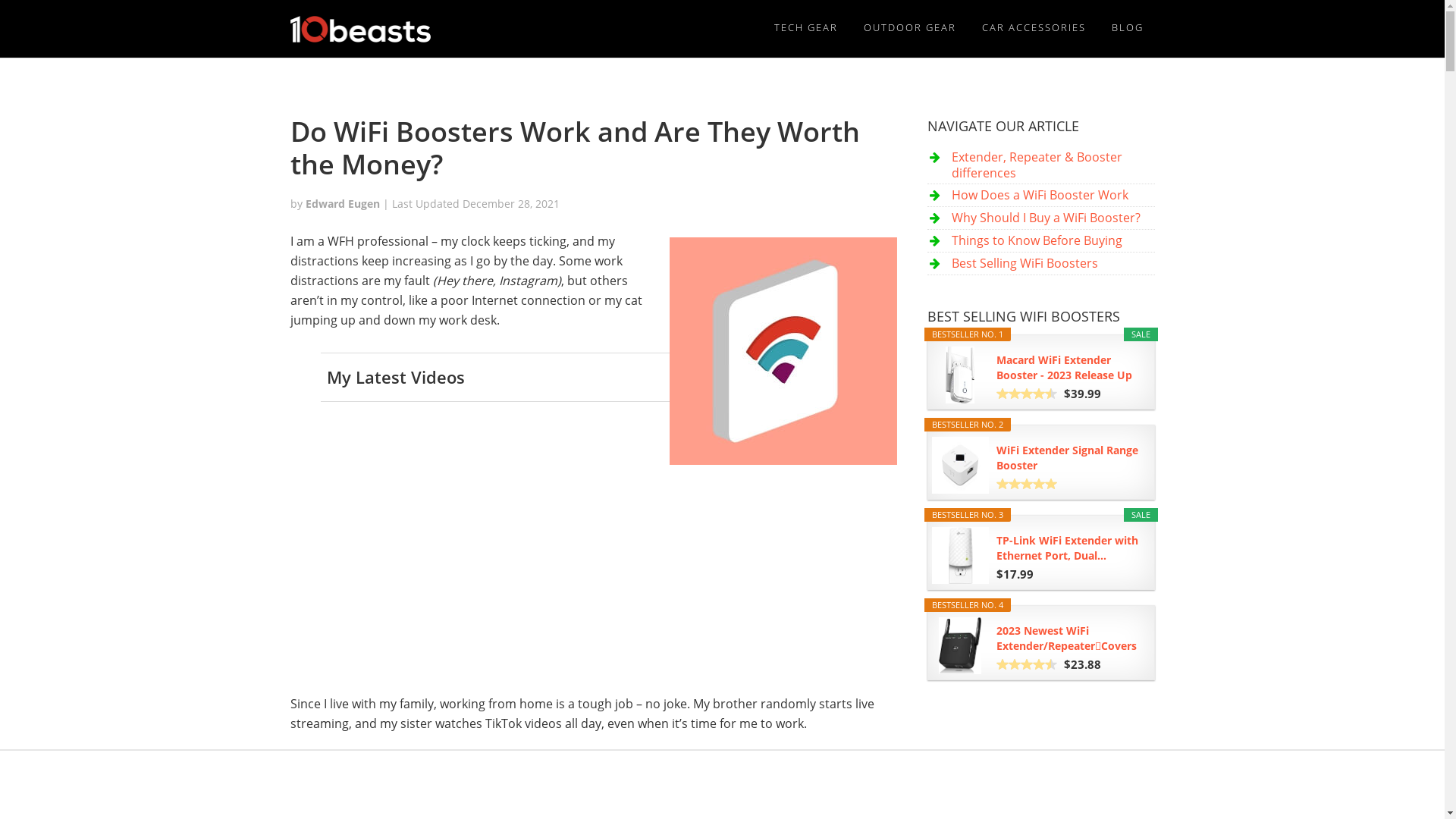  Describe the element at coordinates (1068, 457) in the screenshot. I see `'WiFi Extender Signal Range Booster'` at that location.